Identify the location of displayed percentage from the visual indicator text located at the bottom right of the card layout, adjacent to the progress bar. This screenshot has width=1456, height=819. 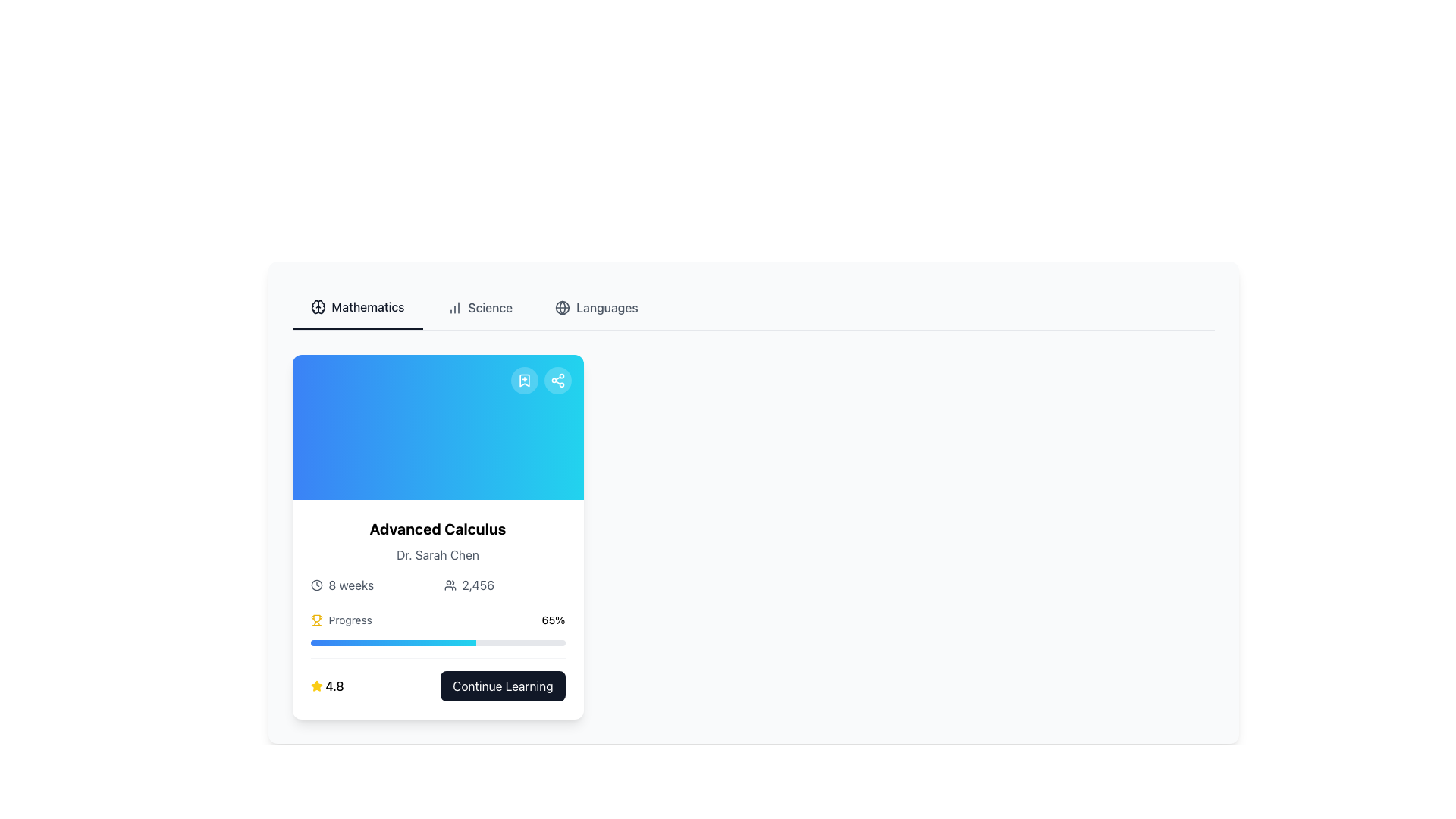
(552, 620).